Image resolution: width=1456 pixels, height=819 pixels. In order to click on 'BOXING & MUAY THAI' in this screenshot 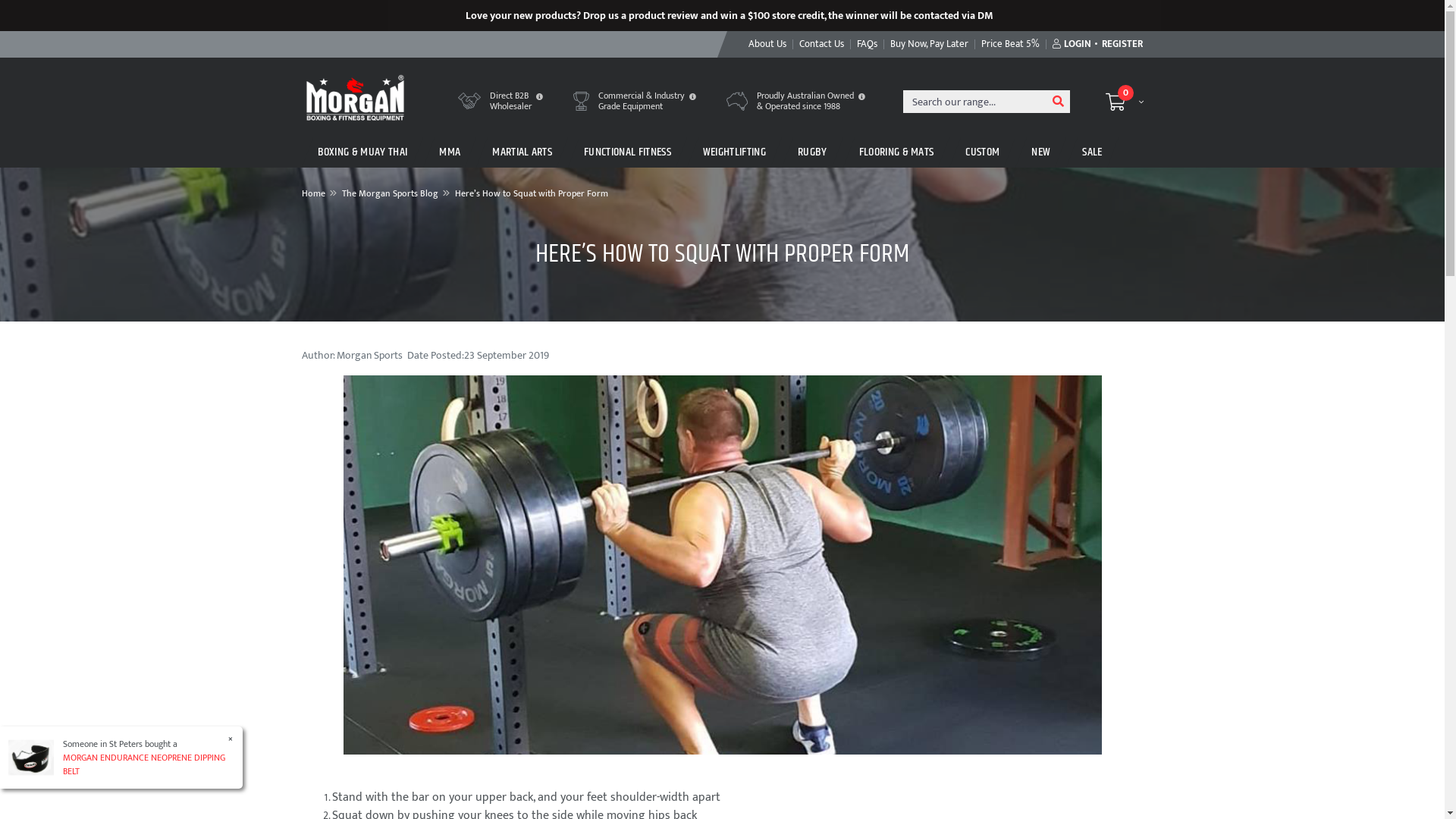, I will do `click(362, 152)`.